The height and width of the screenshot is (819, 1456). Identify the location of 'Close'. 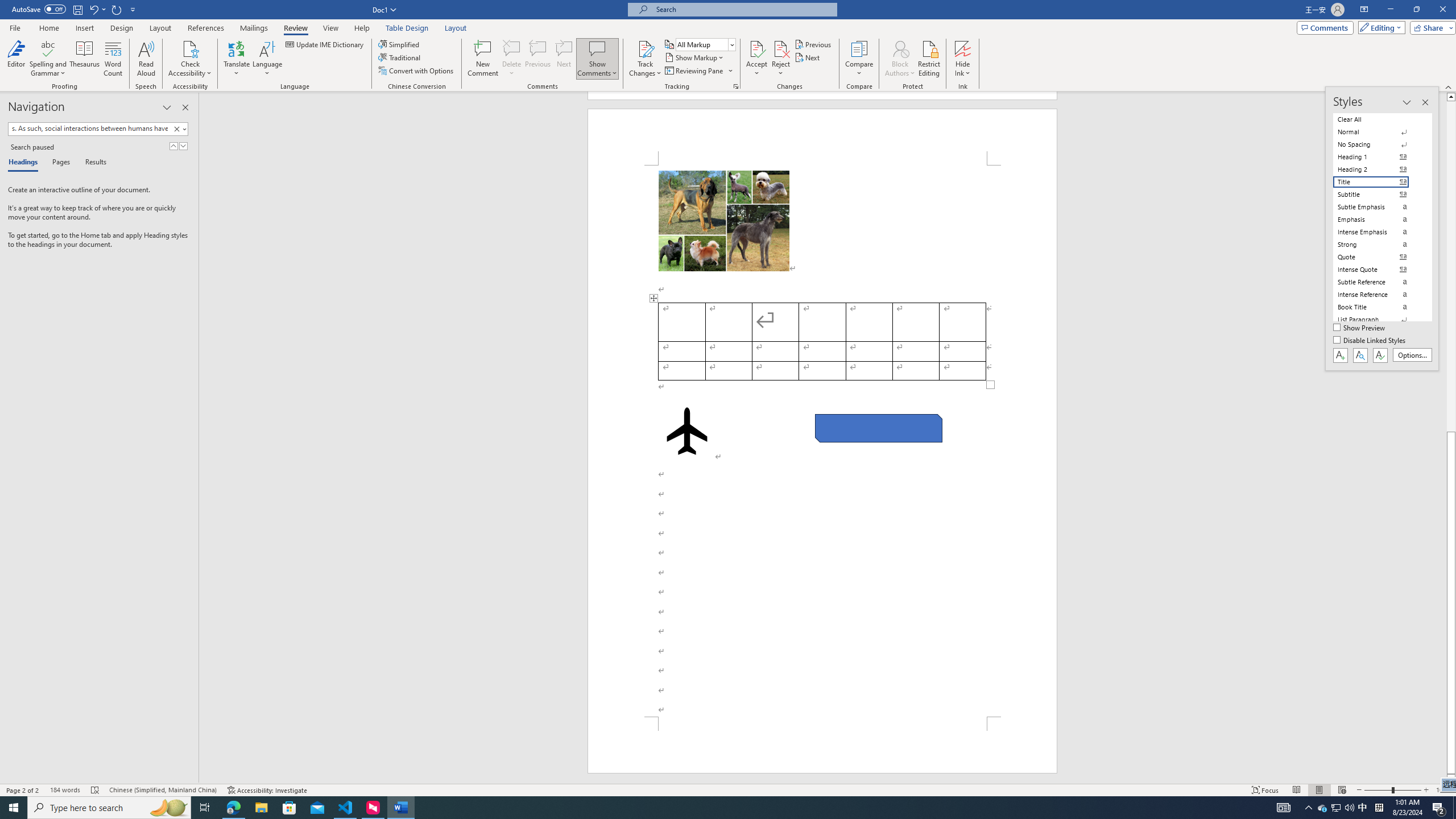
(1442, 9).